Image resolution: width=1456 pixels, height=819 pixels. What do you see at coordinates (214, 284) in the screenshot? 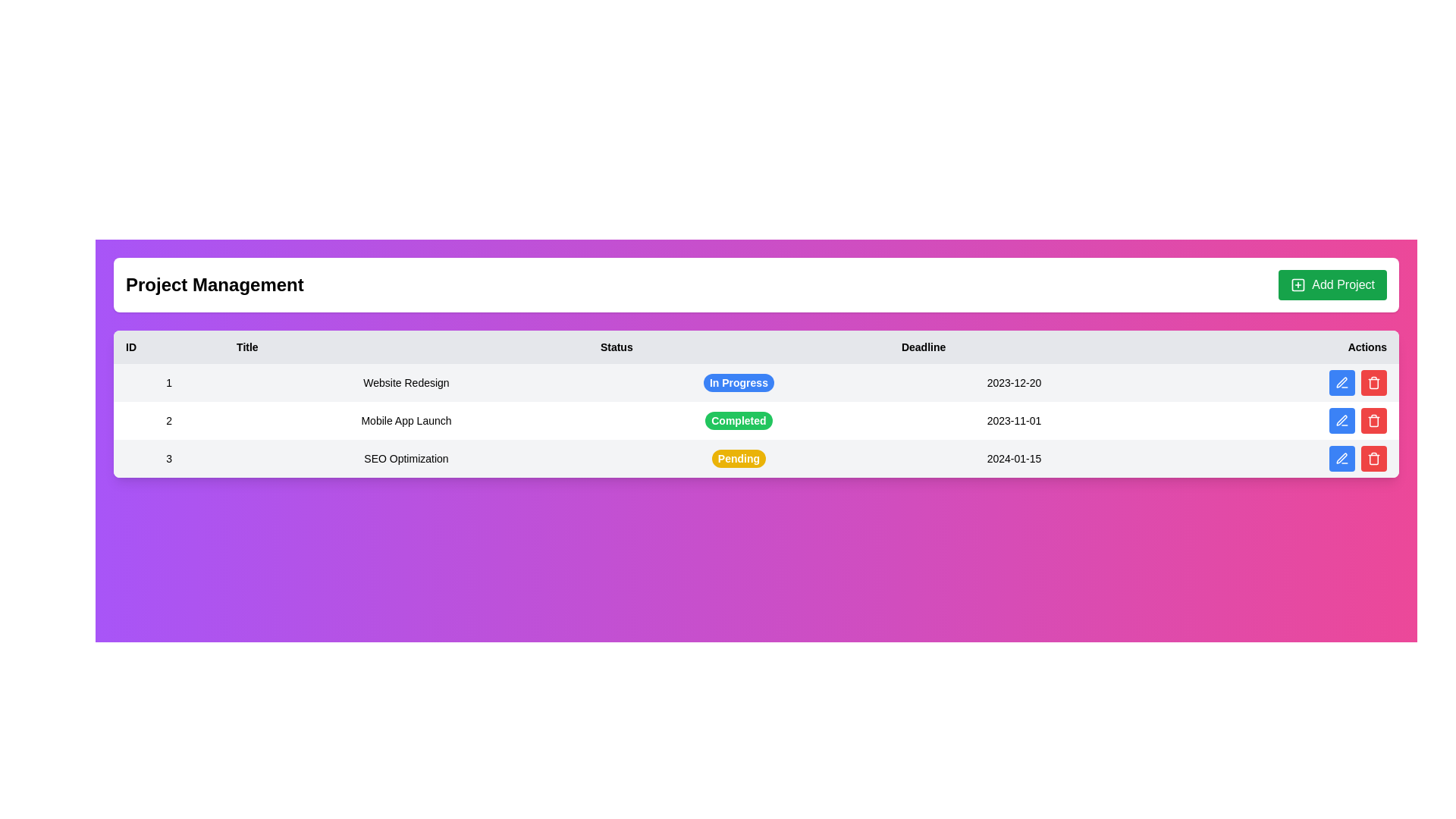
I see `the header text for the 'Project Management' section, which is positioned to the left of the 'Add Project' button` at bounding box center [214, 284].